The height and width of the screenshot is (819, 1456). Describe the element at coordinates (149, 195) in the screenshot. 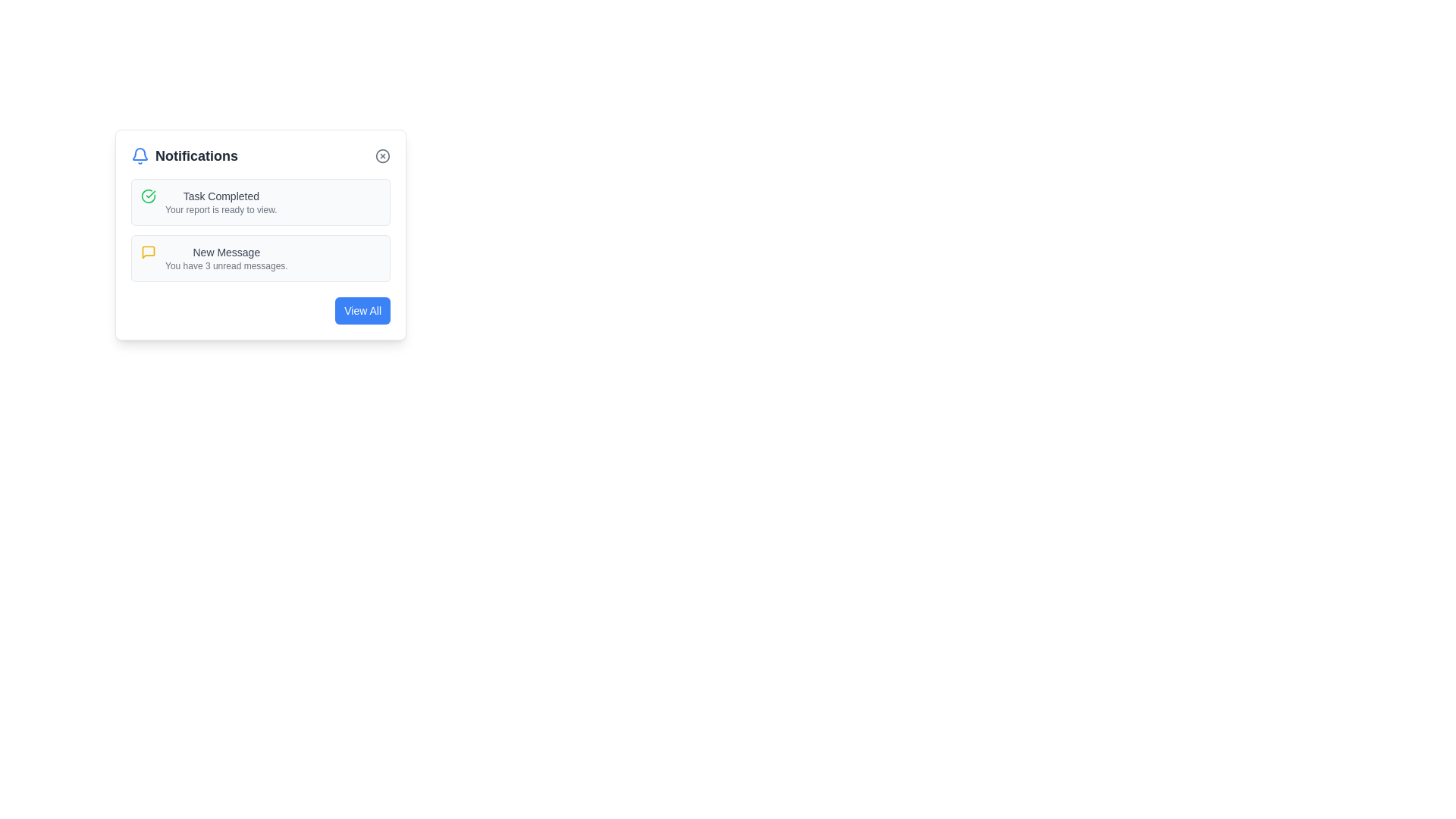

I see `icon indicating successful task completion located in the notification panel, specifically to the left of the 'Task Completed' text` at that location.